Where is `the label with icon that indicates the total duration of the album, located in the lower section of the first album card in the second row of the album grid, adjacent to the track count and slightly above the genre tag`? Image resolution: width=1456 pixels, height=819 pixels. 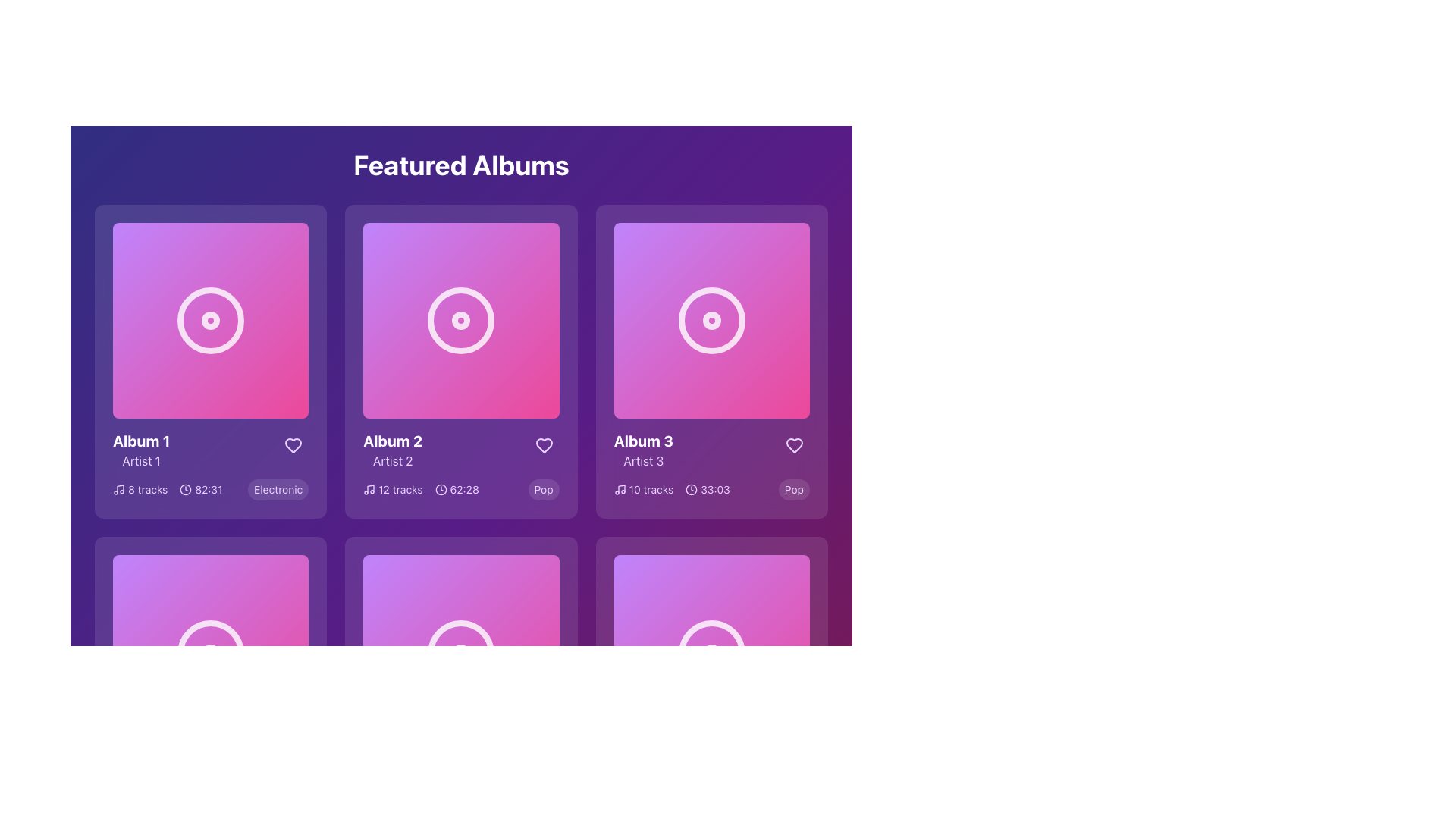 the label with icon that indicates the total duration of the album, located in the lower section of the first album card in the second row of the album grid, adjacent to the track count and slightly above the genre tag is located at coordinates (200, 490).